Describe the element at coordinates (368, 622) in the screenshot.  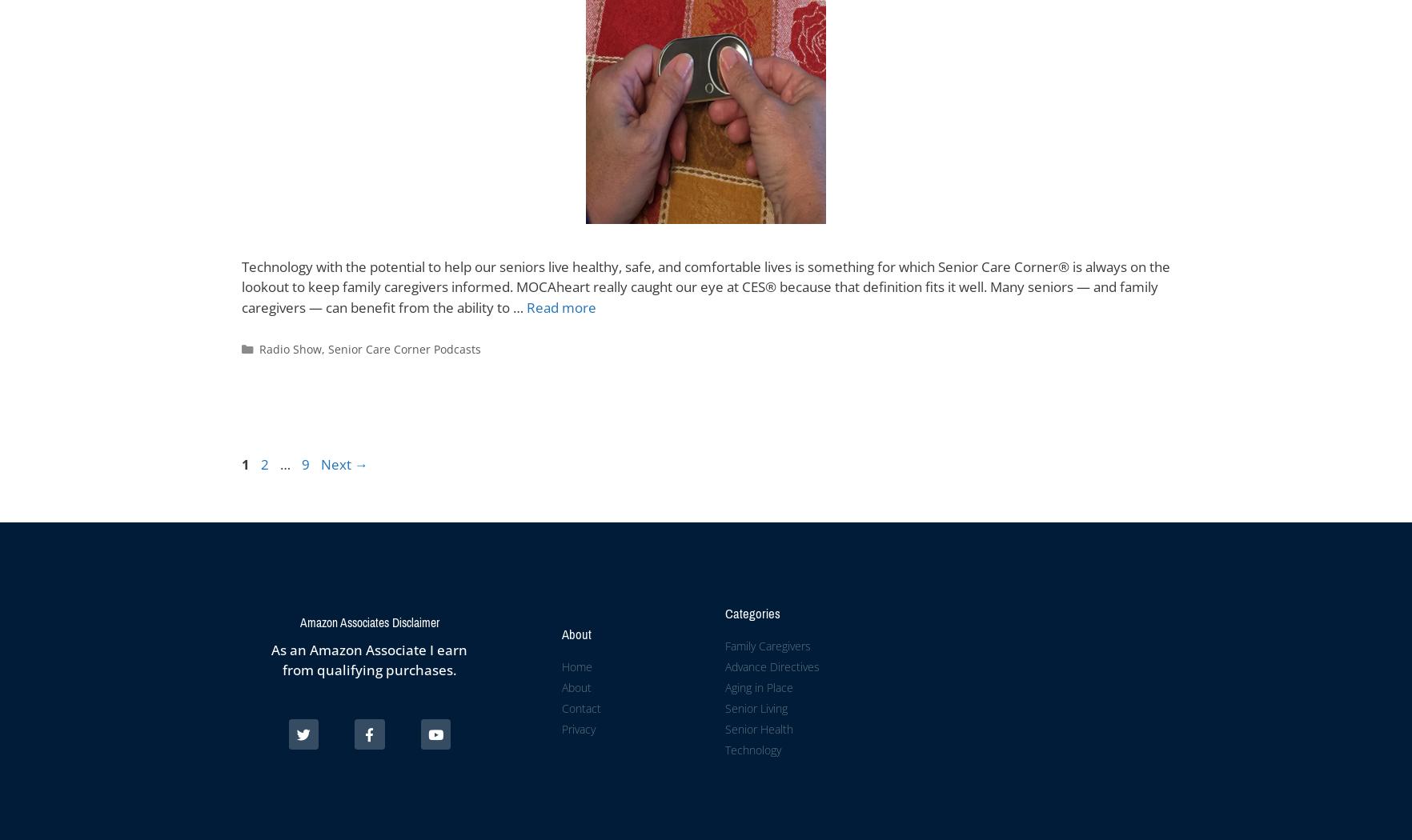
I see `'Amazon Associates Disclaimer'` at that location.